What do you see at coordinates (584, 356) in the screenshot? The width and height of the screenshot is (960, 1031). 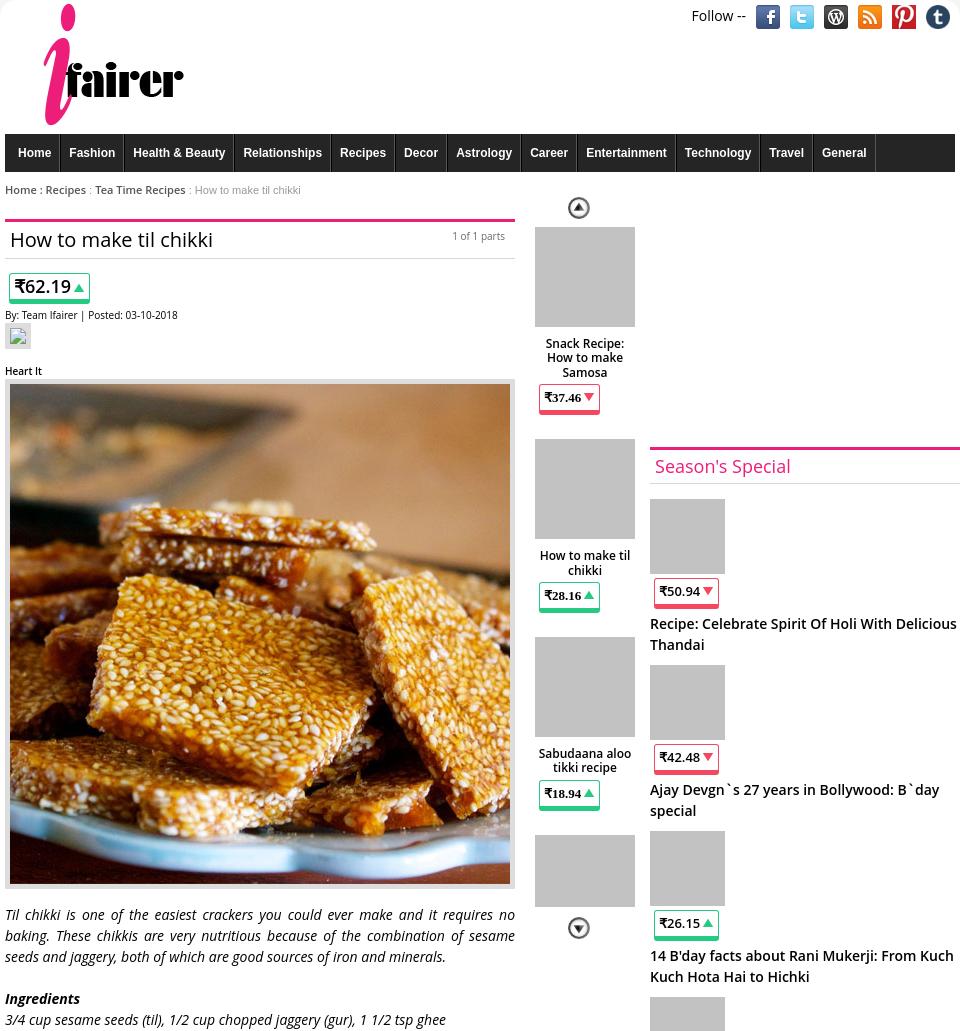 I see `'Snack Recipe: How to make Samosa'` at bounding box center [584, 356].